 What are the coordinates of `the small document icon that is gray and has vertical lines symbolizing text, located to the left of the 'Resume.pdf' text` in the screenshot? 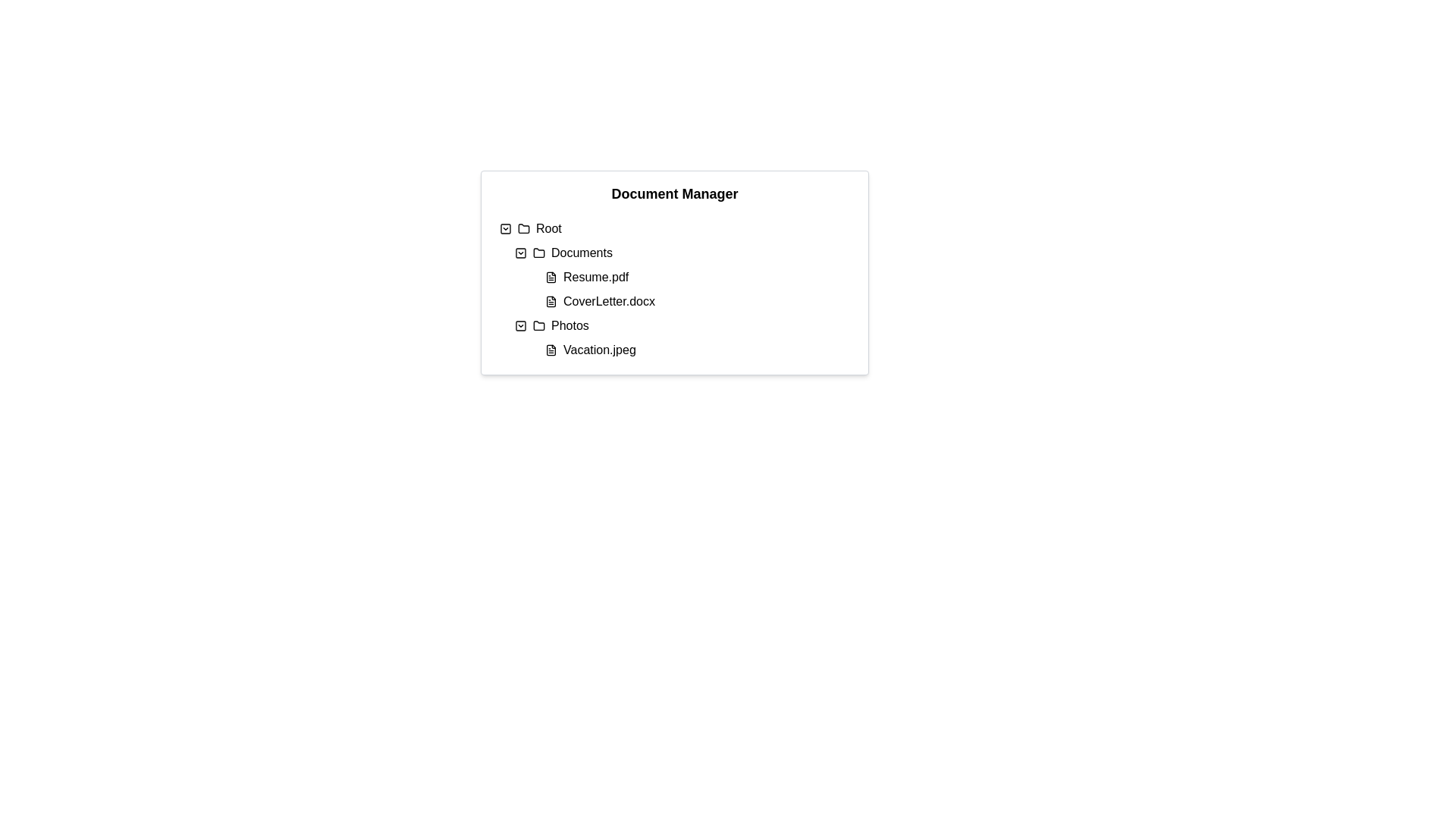 It's located at (550, 278).